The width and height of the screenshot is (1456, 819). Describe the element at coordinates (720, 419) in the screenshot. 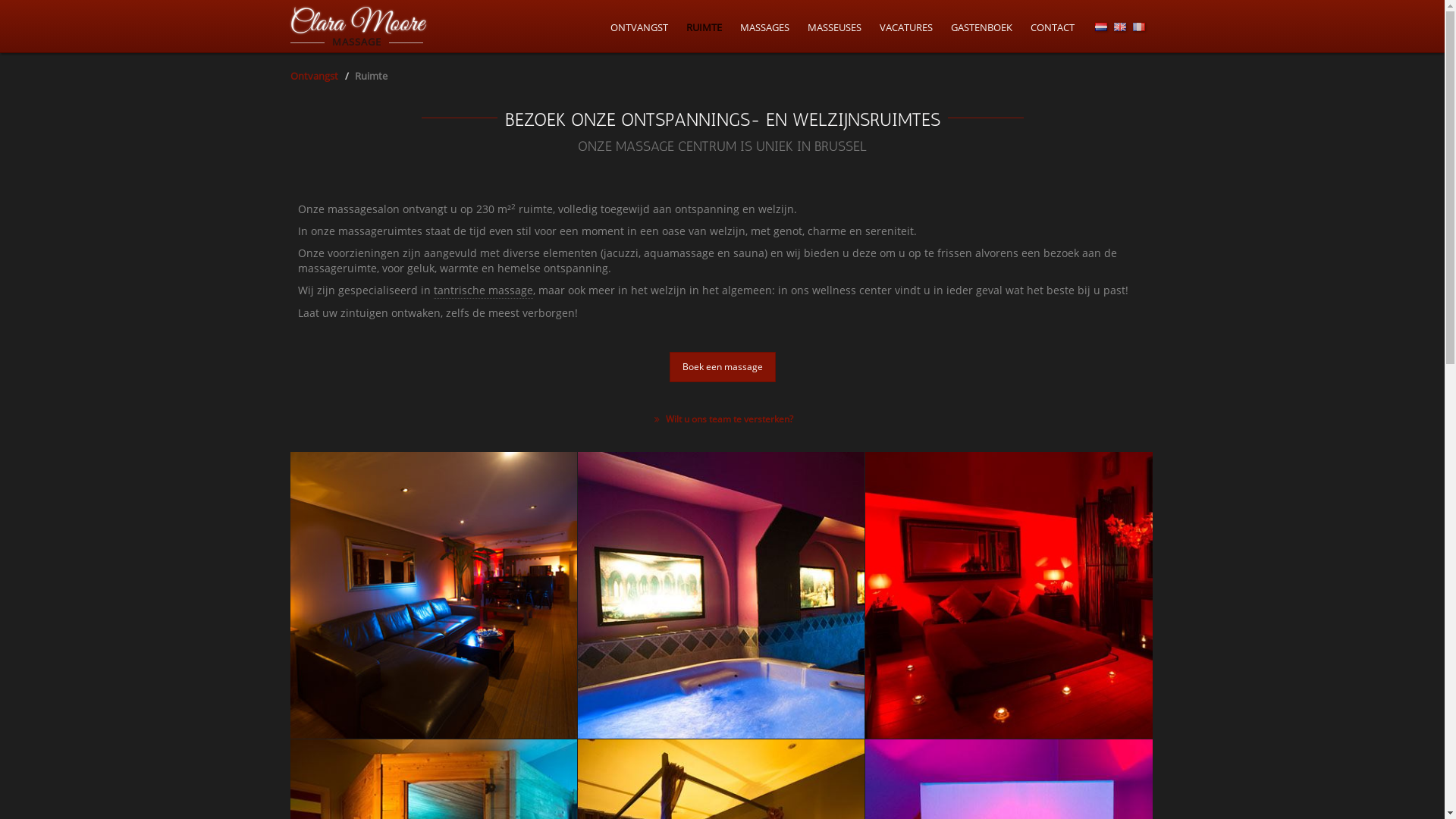

I see `'Wilt u ons team te versterken?'` at that location.